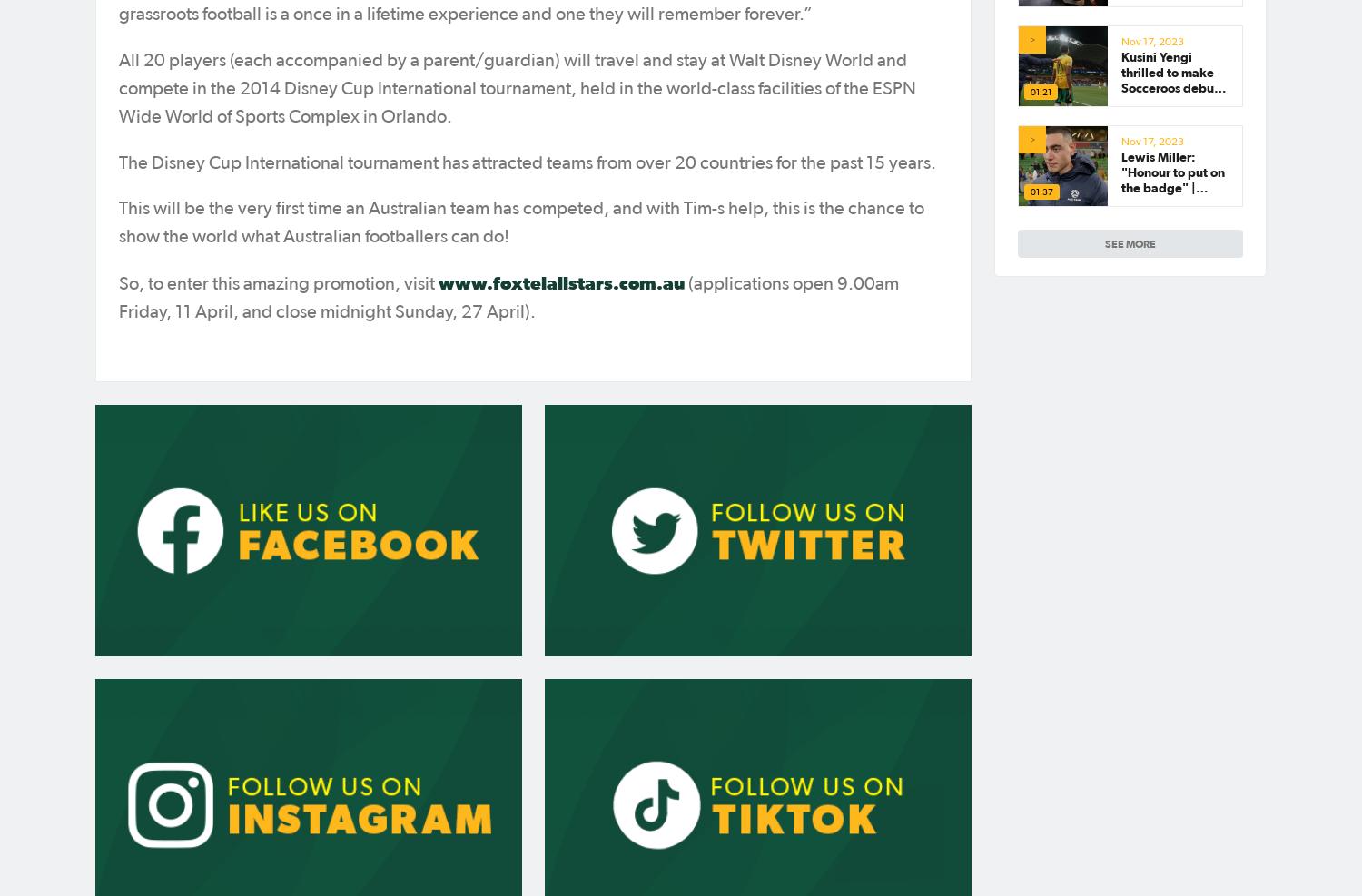  Describe the element at coordinates (517, 88) in the screenshot. I see `'All 20 players (each accompanied by a parent/guardian) will travel and stay at Walt Disney World and compete in the 2014 Disney Cup International tournament, held in the world-class facilities of the ESPN Wide World of Sports Complex in Orlando.'` at that location.